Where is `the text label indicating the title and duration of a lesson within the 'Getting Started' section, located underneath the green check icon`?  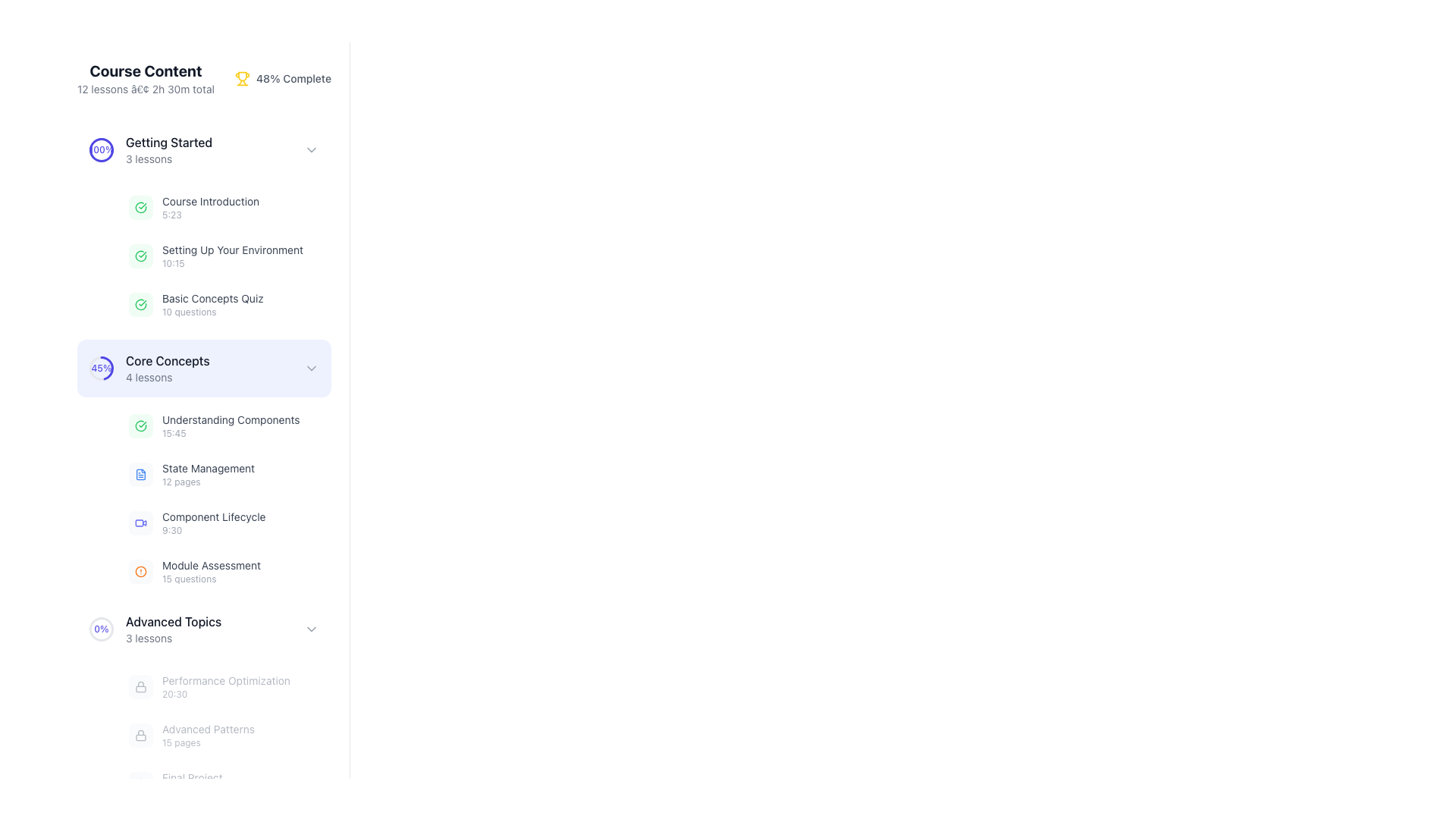
the text label indicating the title and duration of a lesson within the 'Getting Started' section, located underneath the green check icon is located at coordinates (210, 207).